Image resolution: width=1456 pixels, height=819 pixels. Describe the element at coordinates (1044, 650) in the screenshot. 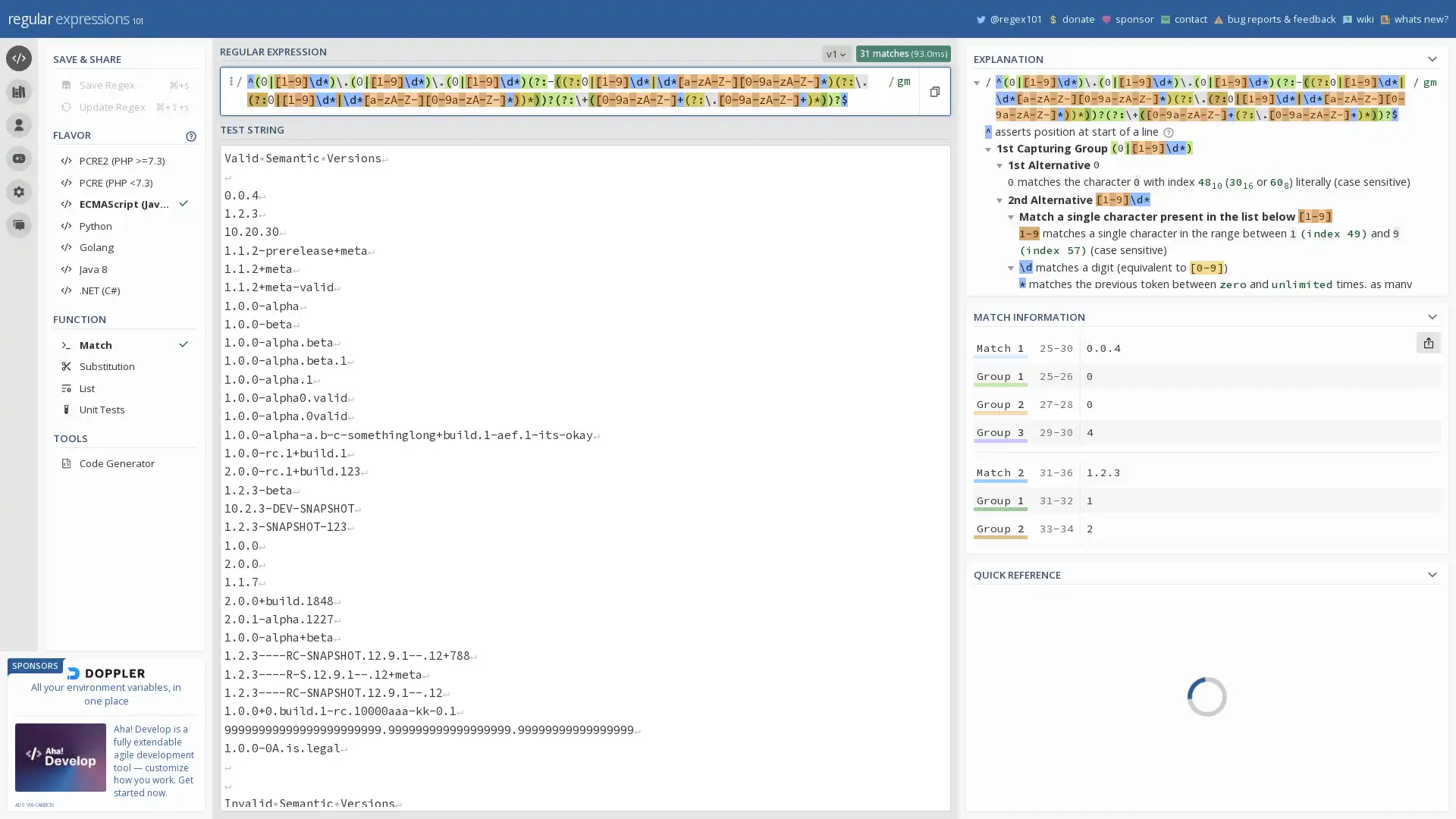

I see `Common Tokens` at that location.